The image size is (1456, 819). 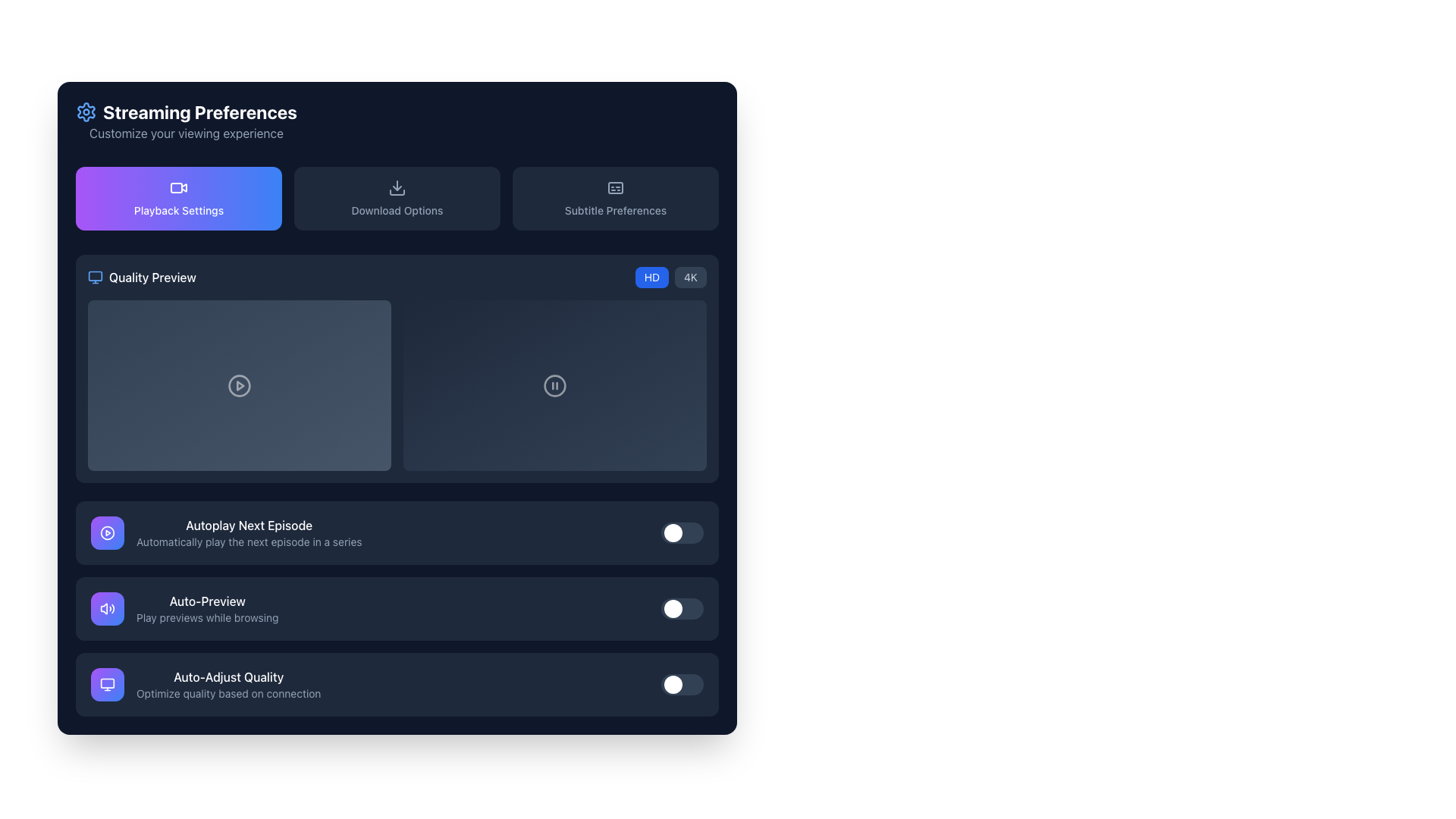 What do you see at coordinates (397, 607) in the screenshot?
I see `the toggle switch for 'Auto-Preview'` at bounding box center [397, 607].